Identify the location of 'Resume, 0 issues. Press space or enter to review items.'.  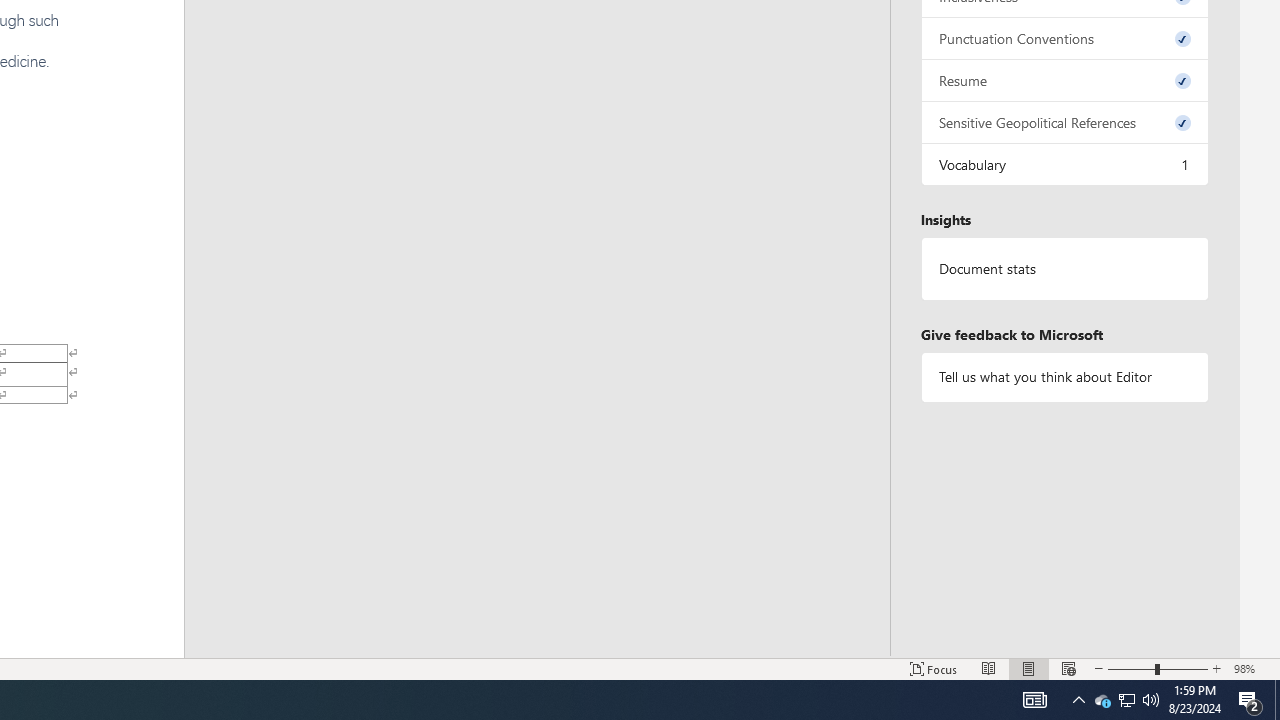
(1063, 79).